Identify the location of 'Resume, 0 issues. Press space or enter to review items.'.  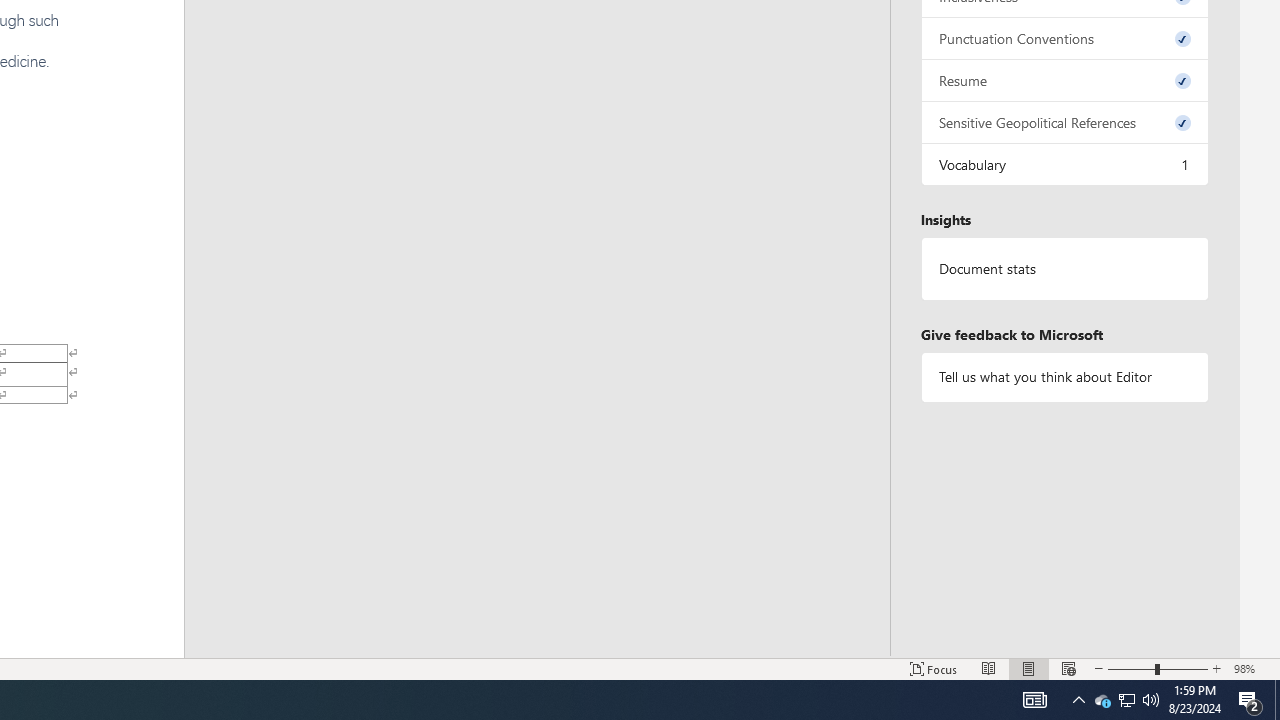
(1063, 79).